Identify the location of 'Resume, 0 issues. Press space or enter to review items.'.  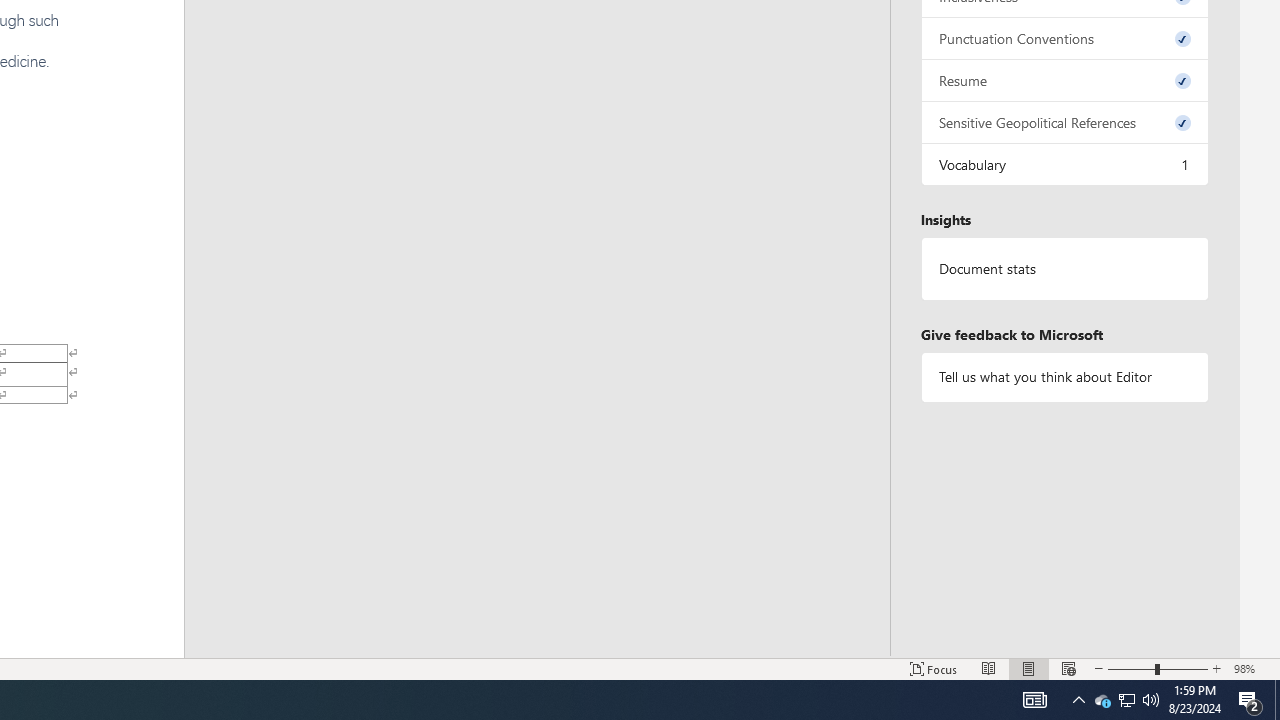
(1063, 79).